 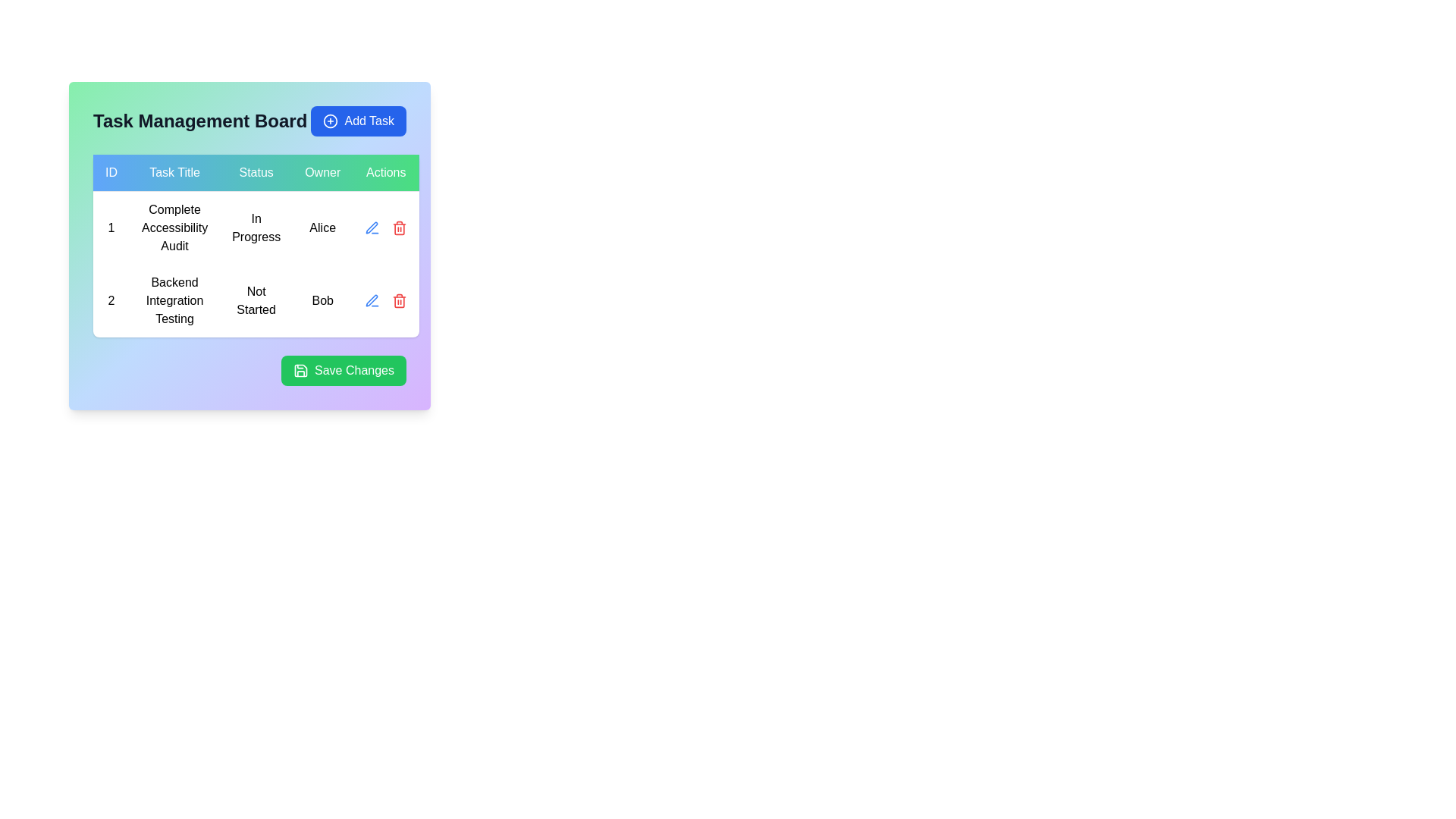 What do you see at coordinates (249, 371) in the screenshot?
I see `the 'Save Changes' button located at the bottom right corner of the task management interface` at bounding box center [249, 371].